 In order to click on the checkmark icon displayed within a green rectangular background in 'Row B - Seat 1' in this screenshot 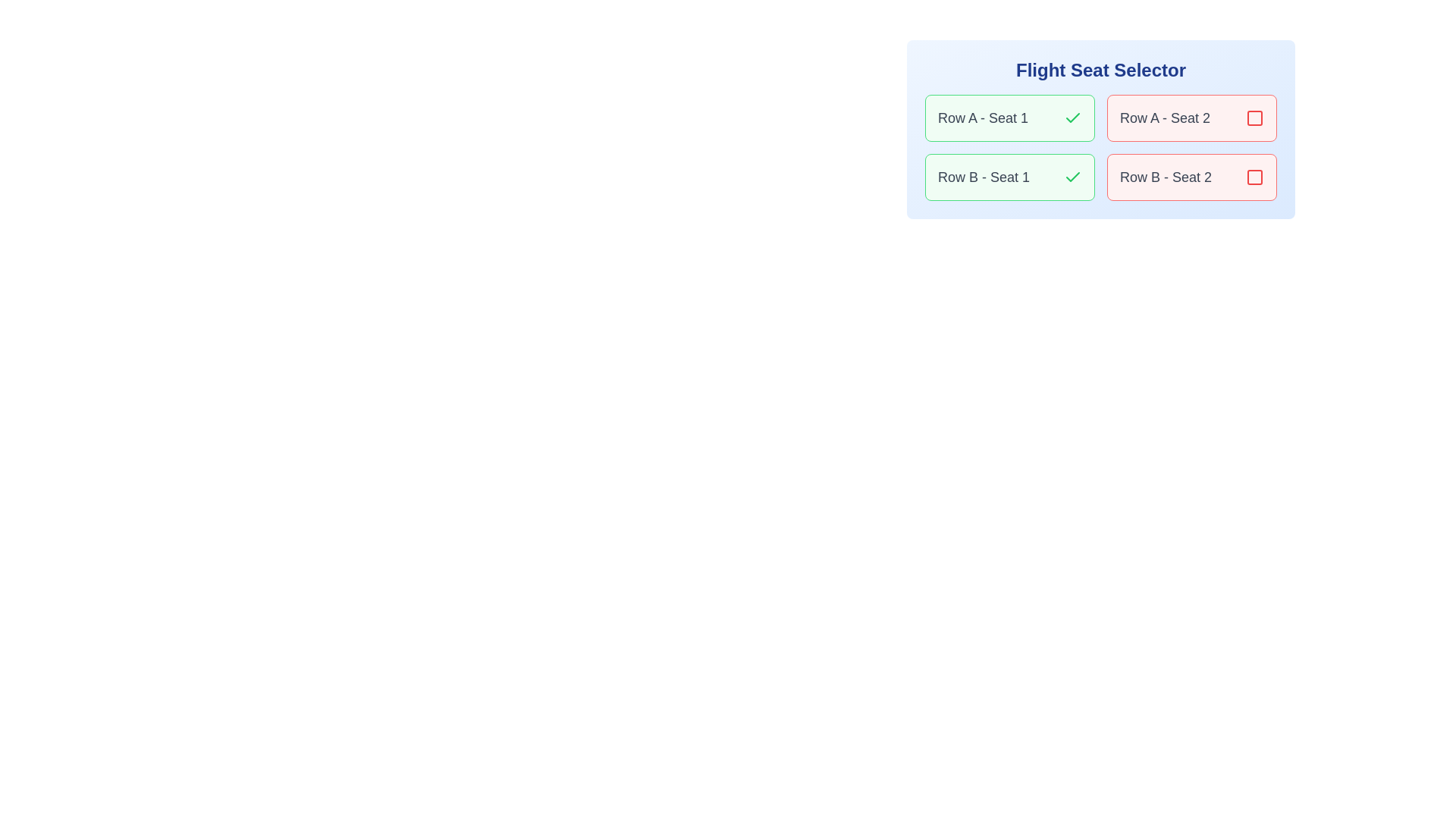, I will do `click(1072, 177)`.